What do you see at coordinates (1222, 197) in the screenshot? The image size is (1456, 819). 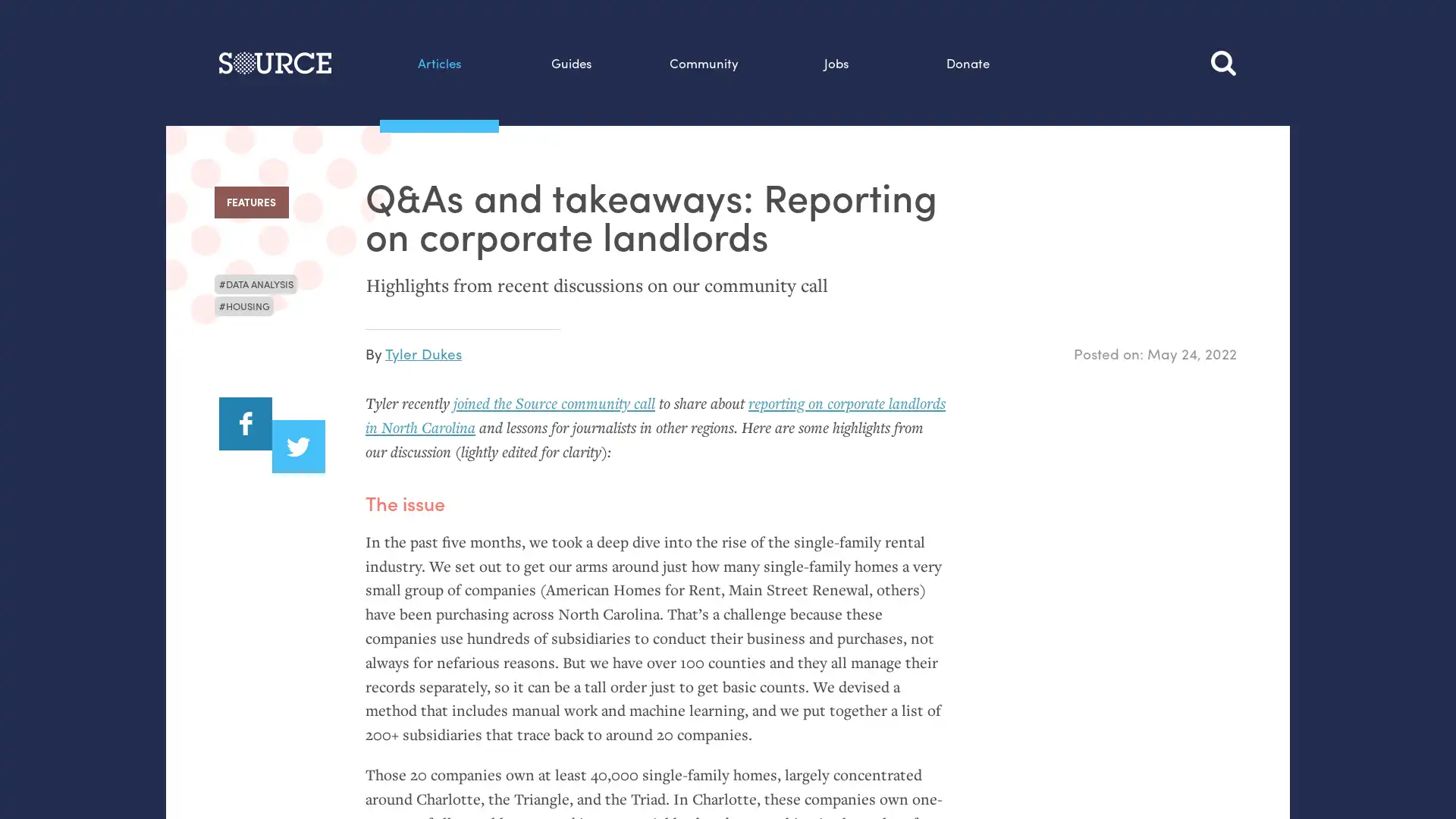 I see `Search` at bounding box center [1222, 197].